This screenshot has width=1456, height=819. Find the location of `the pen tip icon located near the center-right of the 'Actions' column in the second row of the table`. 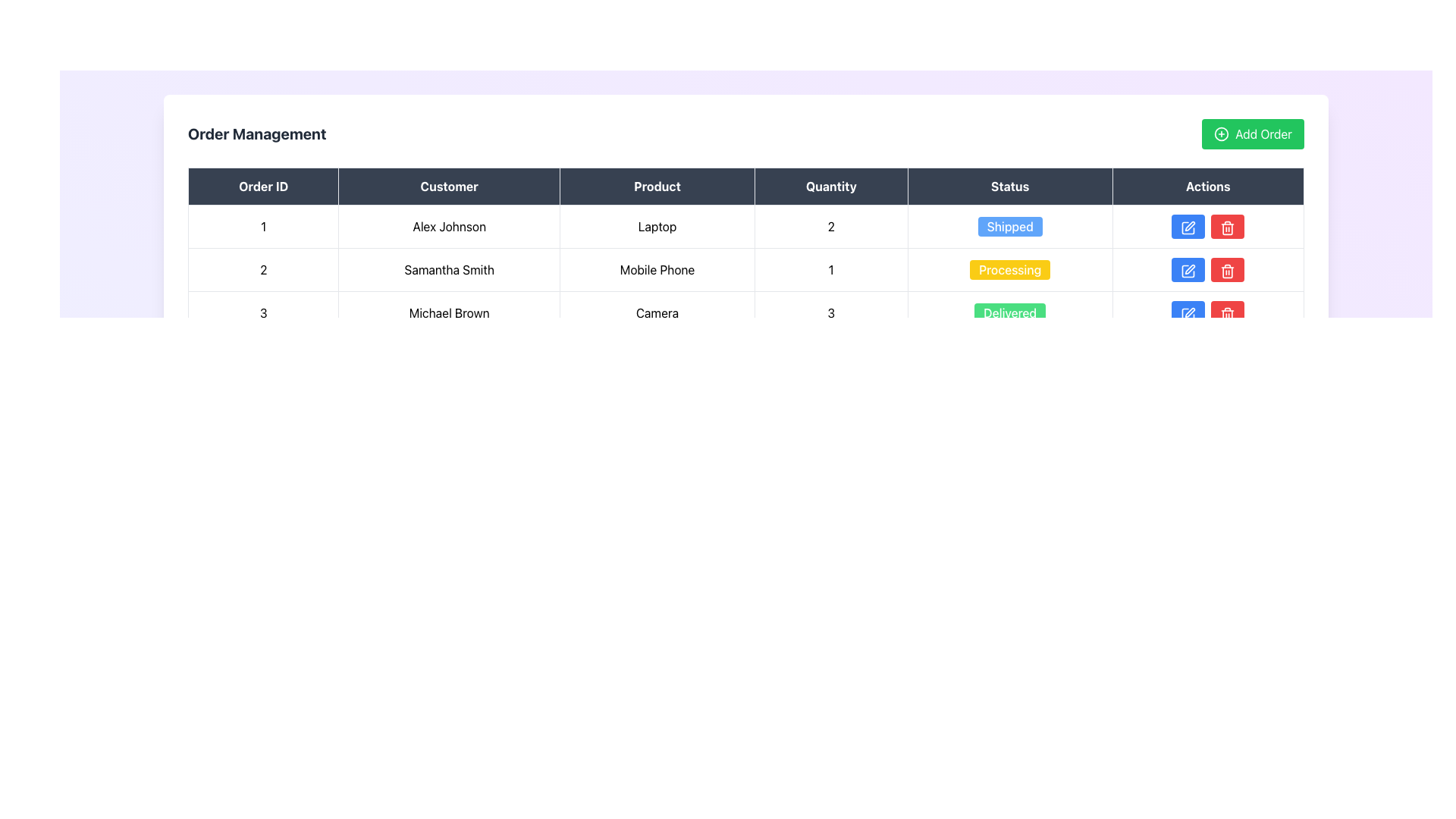

the pen tip icon located near the center-right of the 'Actions' column in the second row of the table is located at coordinates (1189, 268).